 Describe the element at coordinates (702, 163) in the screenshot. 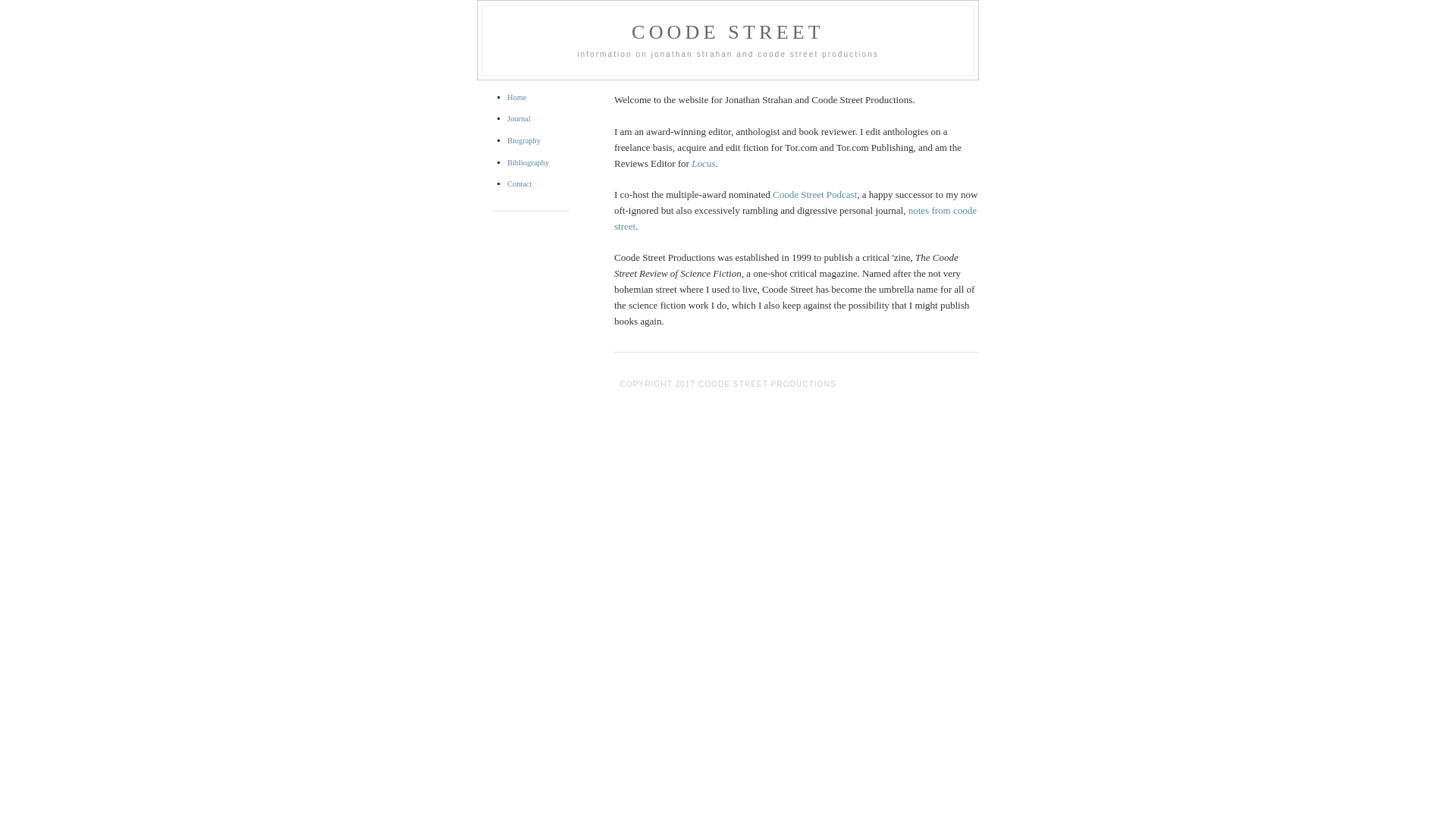

I see `'Locus'` at that location.